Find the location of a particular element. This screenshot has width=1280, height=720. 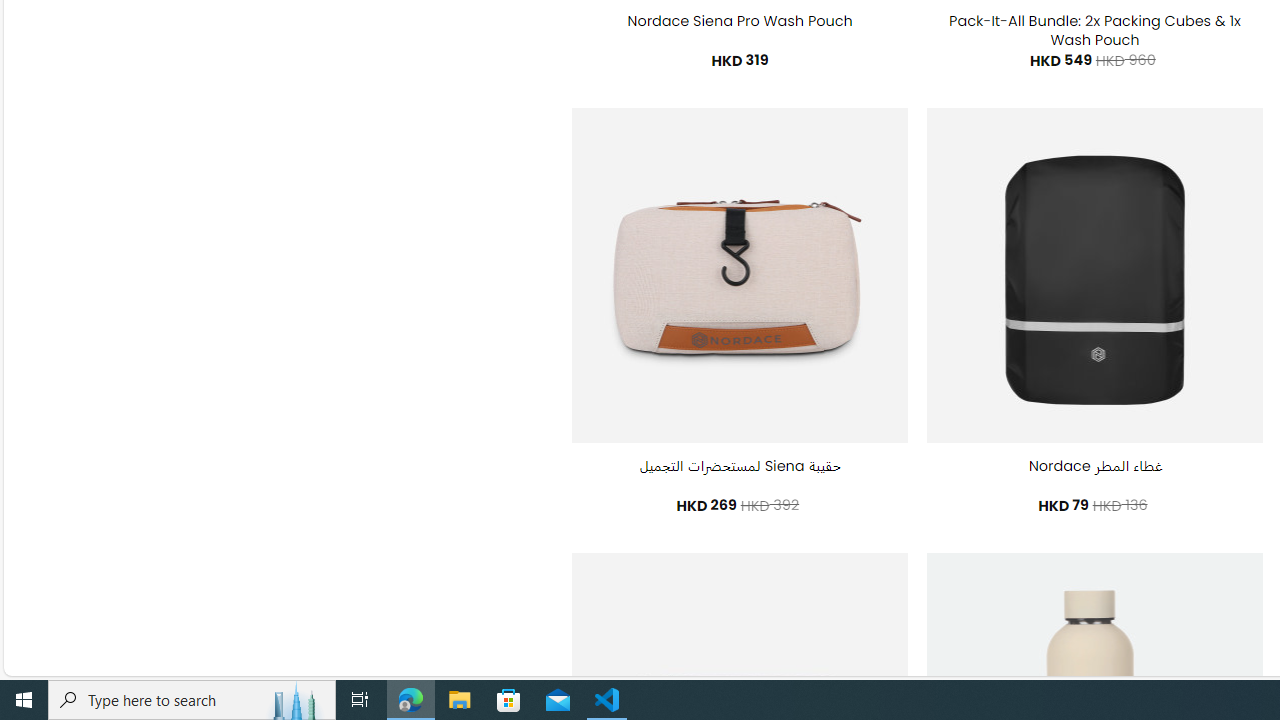

'Nordace Siena Pro Wash Pouch' is located at coordinates (738, 21).